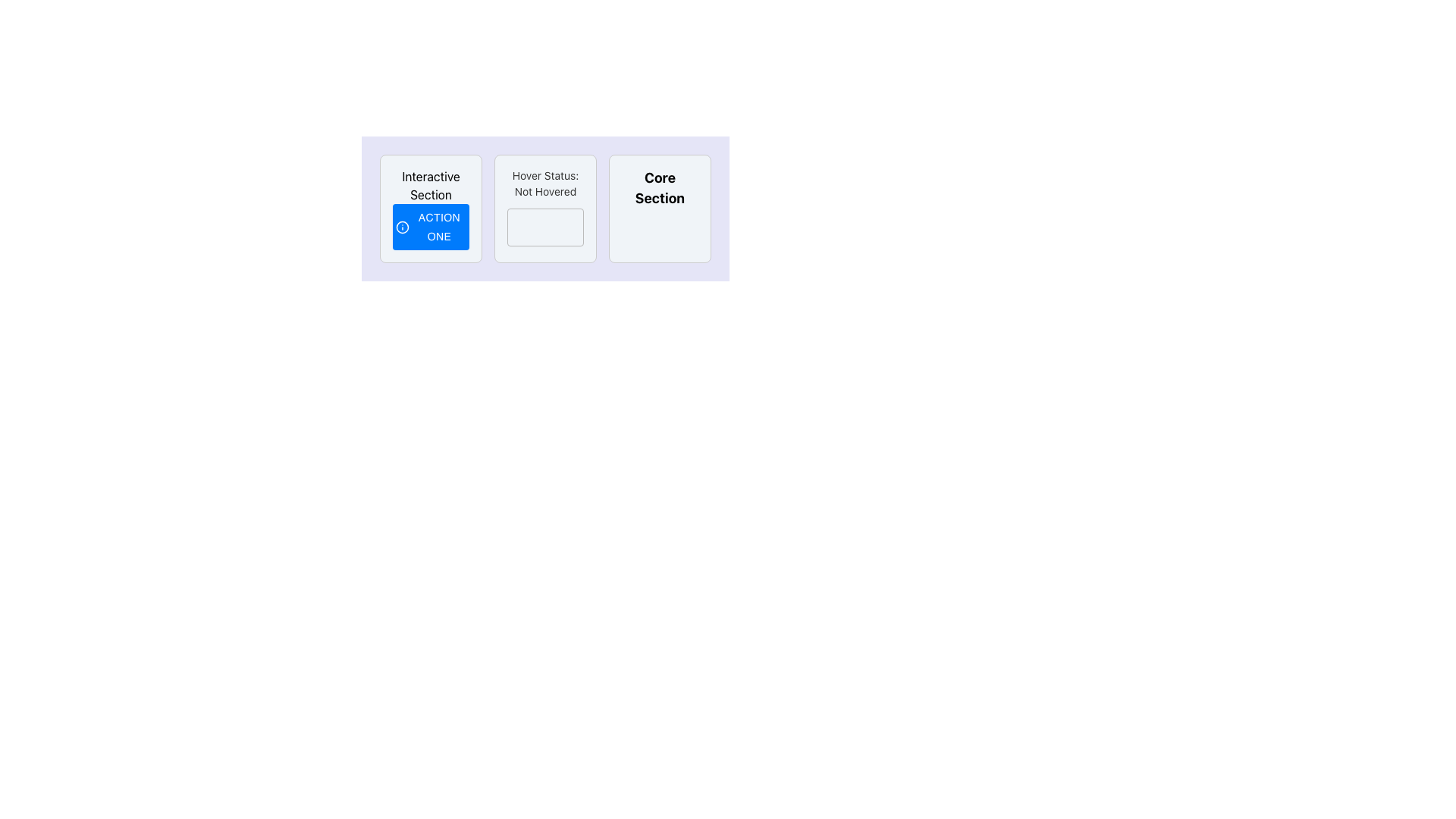  What do you see at coordinates (660, 209) in the screenshot?
I see `the styled text-based UI component labeled 'Core Section', which is a prominent section header with bold black text on a light background` at bounding box center [660, 209].